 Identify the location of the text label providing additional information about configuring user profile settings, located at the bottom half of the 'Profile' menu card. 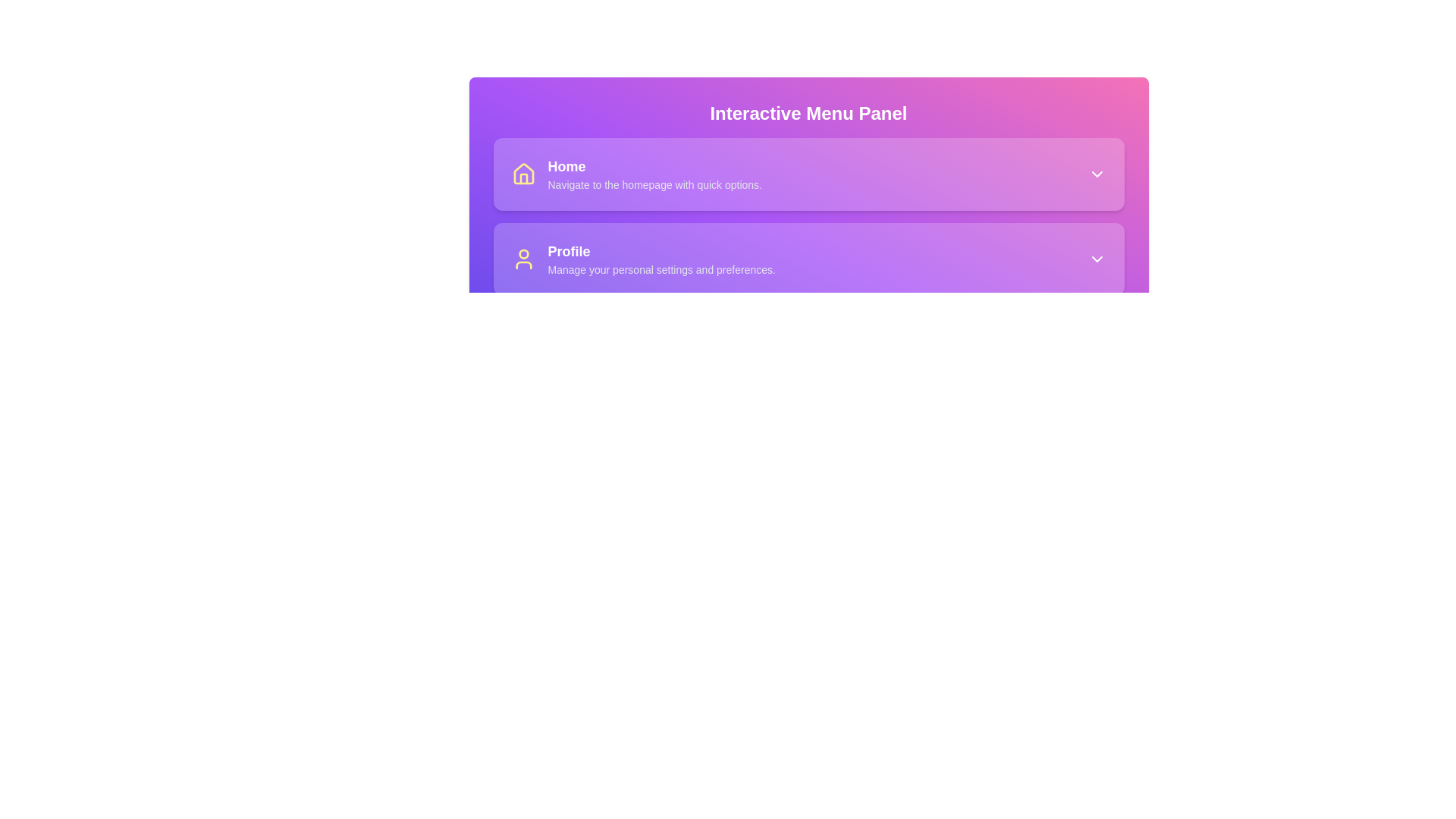
(661, 268).